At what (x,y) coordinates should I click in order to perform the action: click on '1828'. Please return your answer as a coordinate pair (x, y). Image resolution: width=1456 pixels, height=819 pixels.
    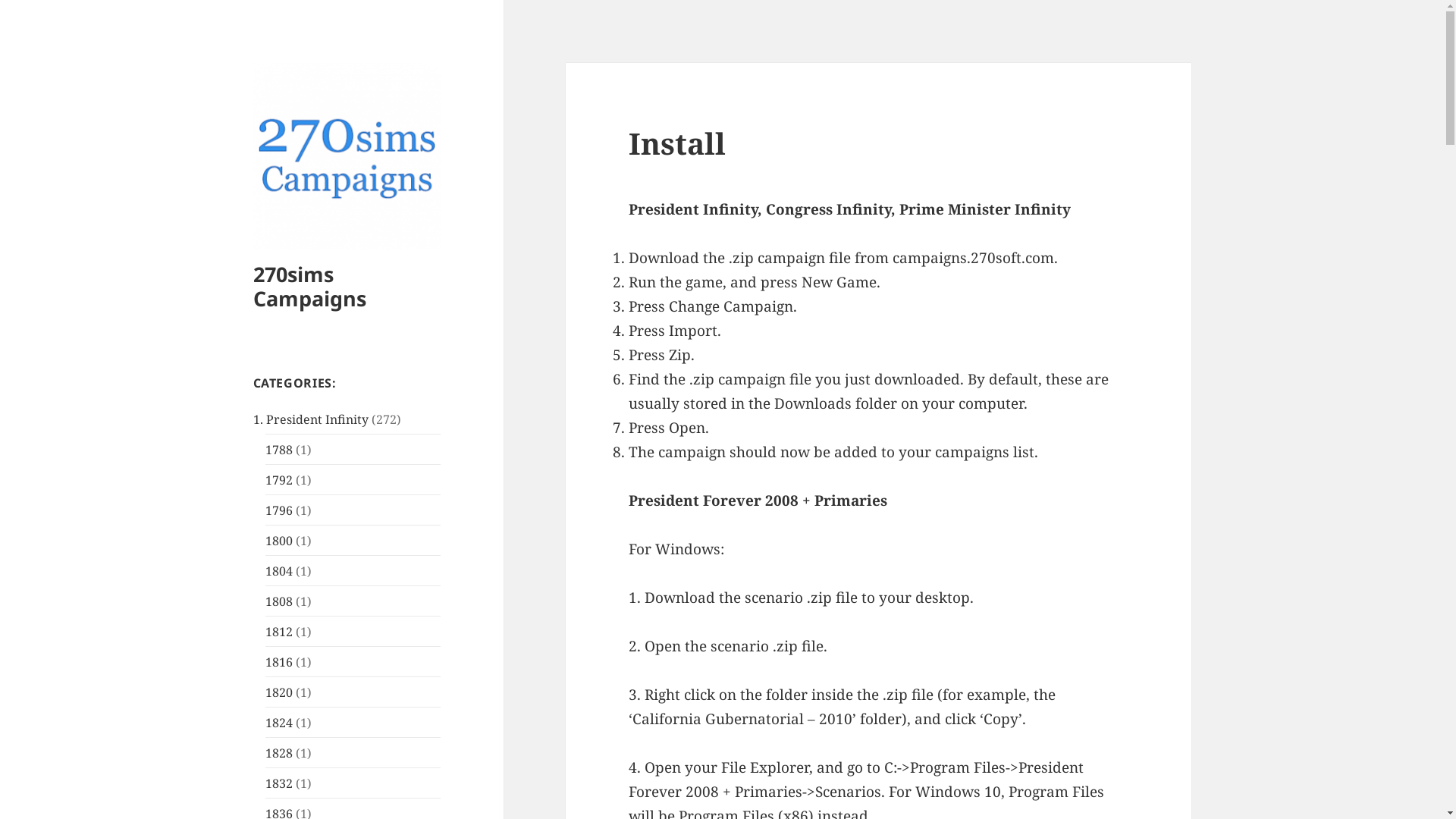
    Looking at the image, I should click on (279, 752).